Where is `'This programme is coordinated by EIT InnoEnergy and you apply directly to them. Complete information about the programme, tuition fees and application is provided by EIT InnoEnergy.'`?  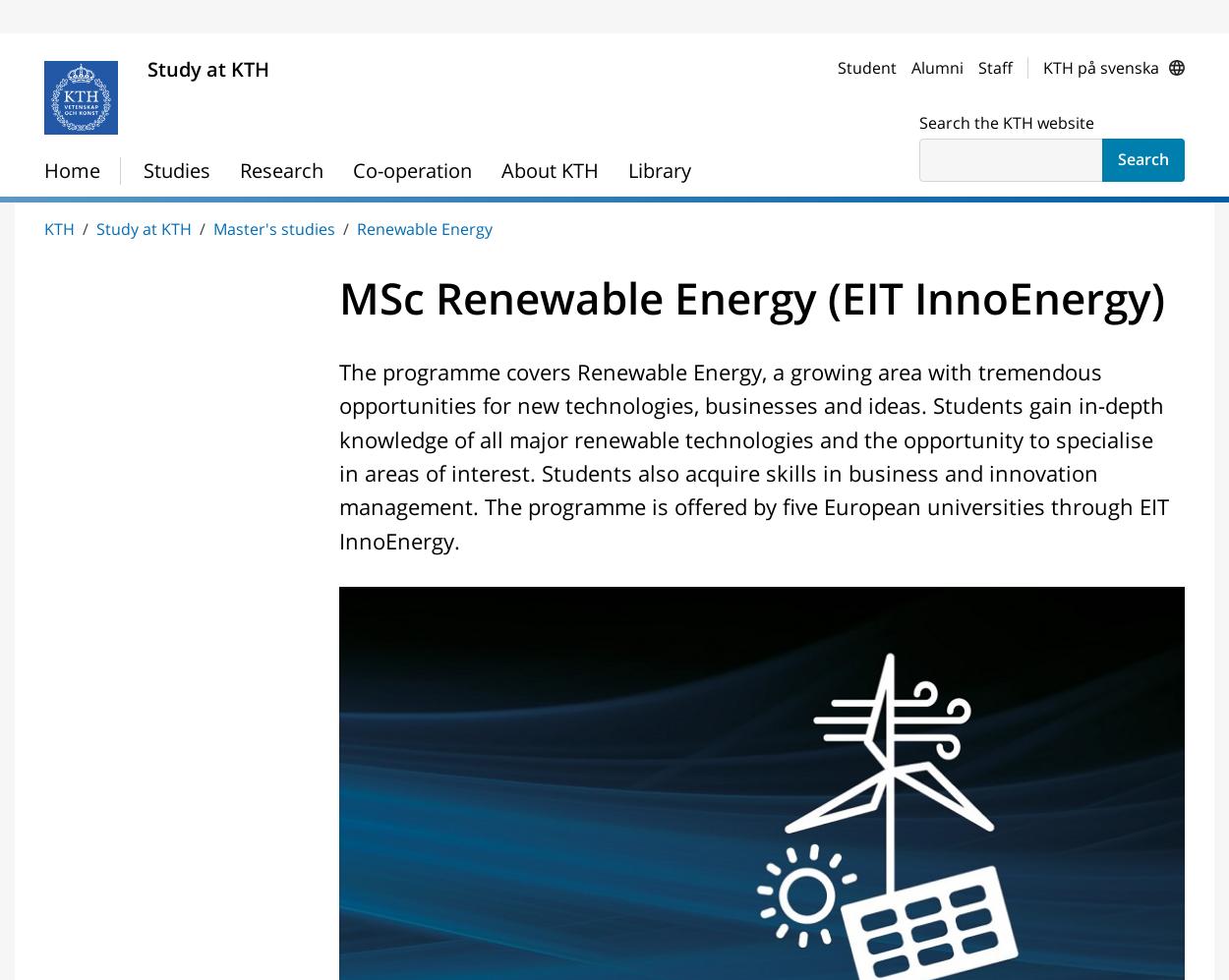 'This programme is coordinated by EIT InnoEnergy and you apply directly to them. Complete information about the programme, tuition fees and application is provided by EIT InnoEnergy.' is located at coordinates (369, 229).